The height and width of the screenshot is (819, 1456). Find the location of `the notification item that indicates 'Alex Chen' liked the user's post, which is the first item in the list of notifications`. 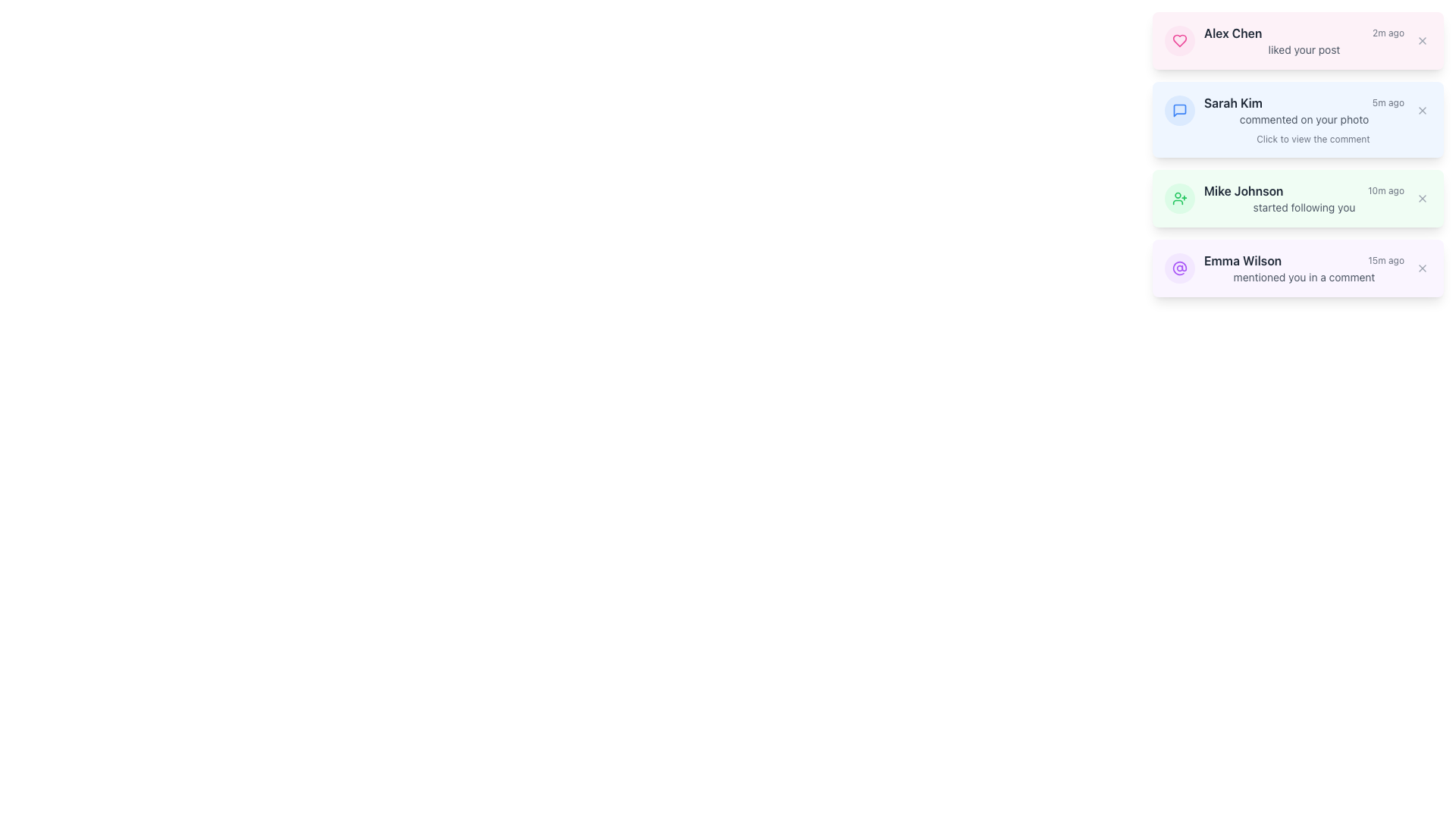

the notification item that indicates 'Alex Chen' liked the user's post, which is the first item in the list of notifications is located at coordinates (1303, 40).